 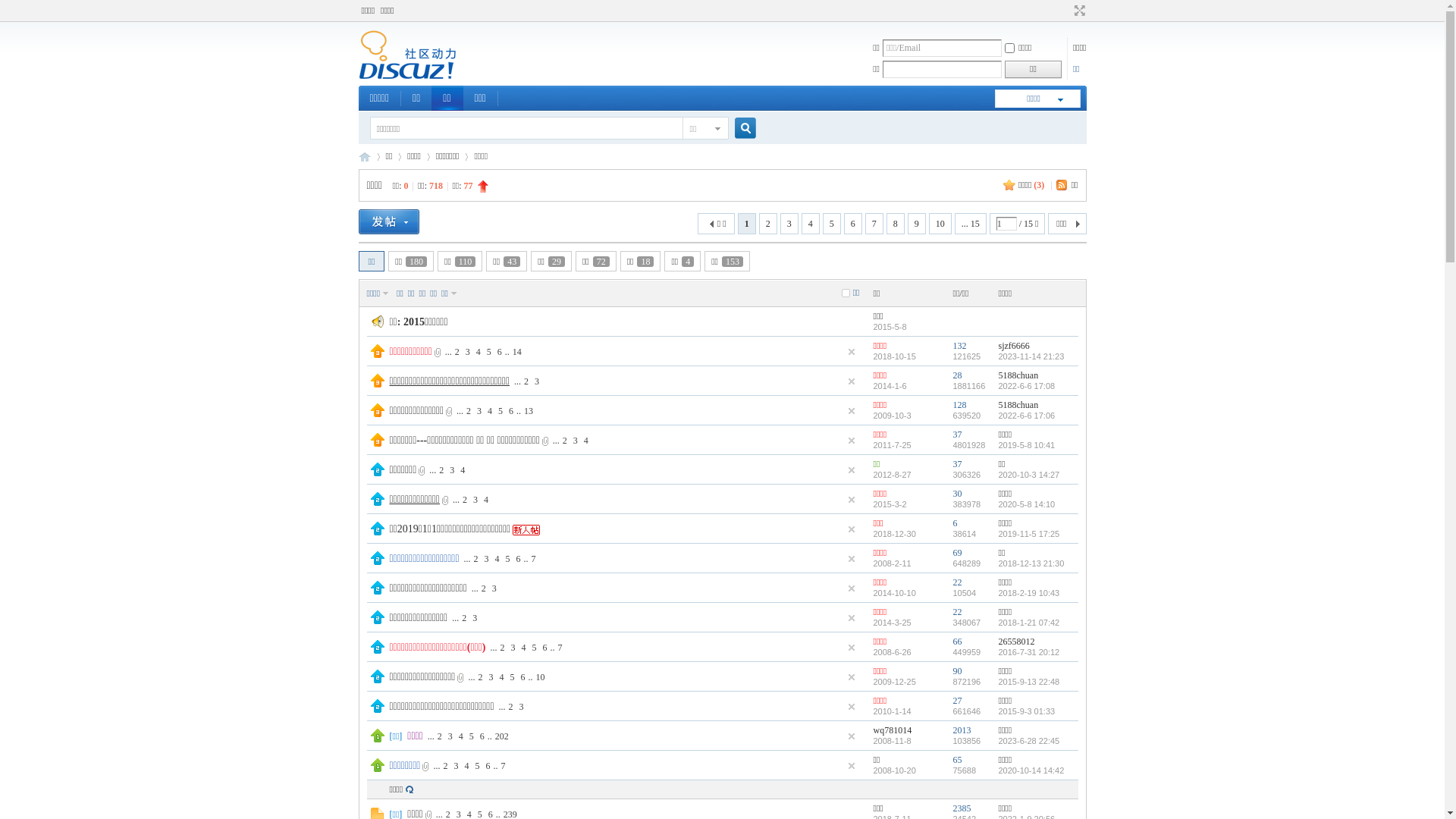 I want to click on '2385', so click(x=960, y=807).